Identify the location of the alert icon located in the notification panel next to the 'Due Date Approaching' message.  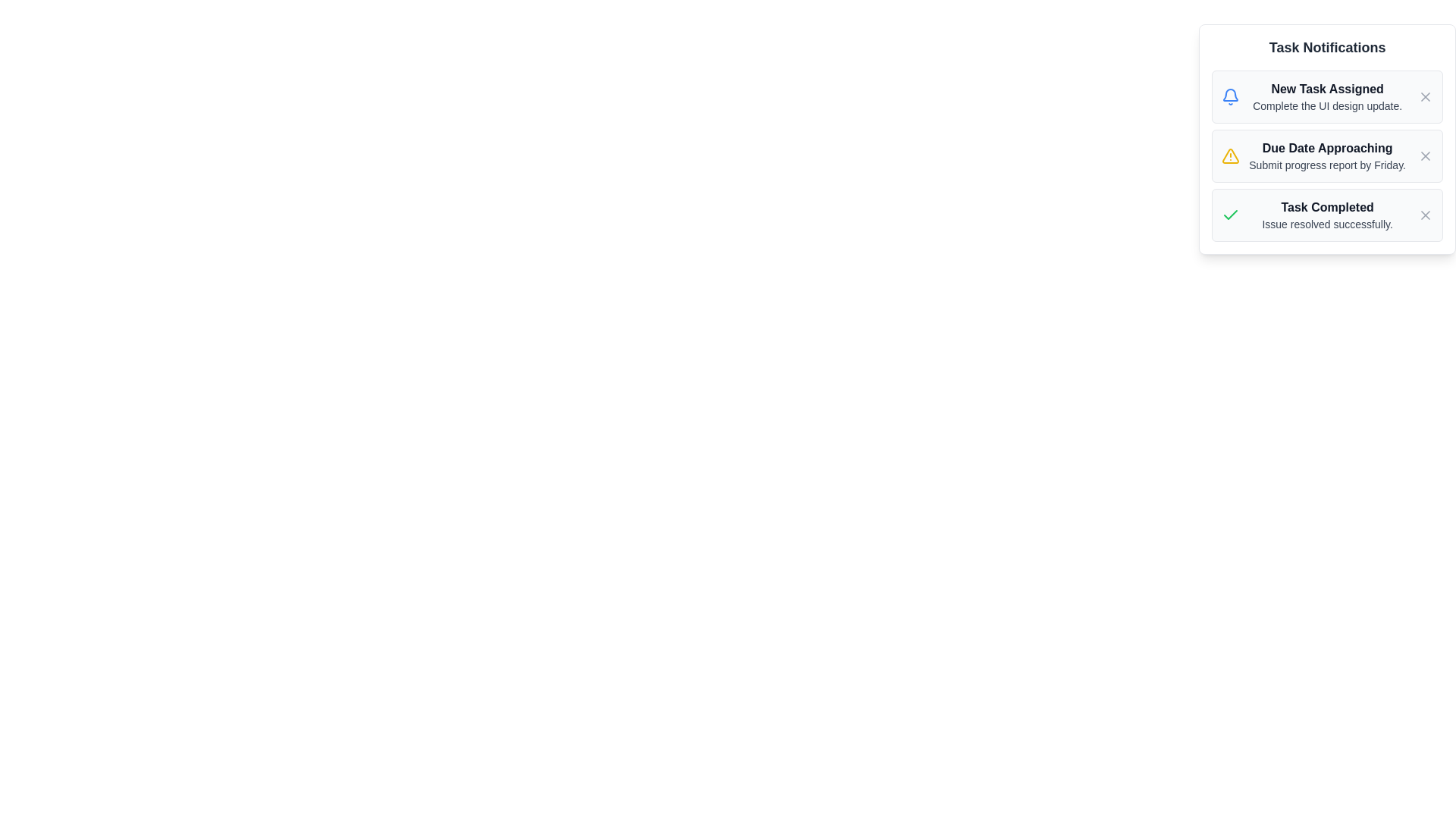
(1231, 155).